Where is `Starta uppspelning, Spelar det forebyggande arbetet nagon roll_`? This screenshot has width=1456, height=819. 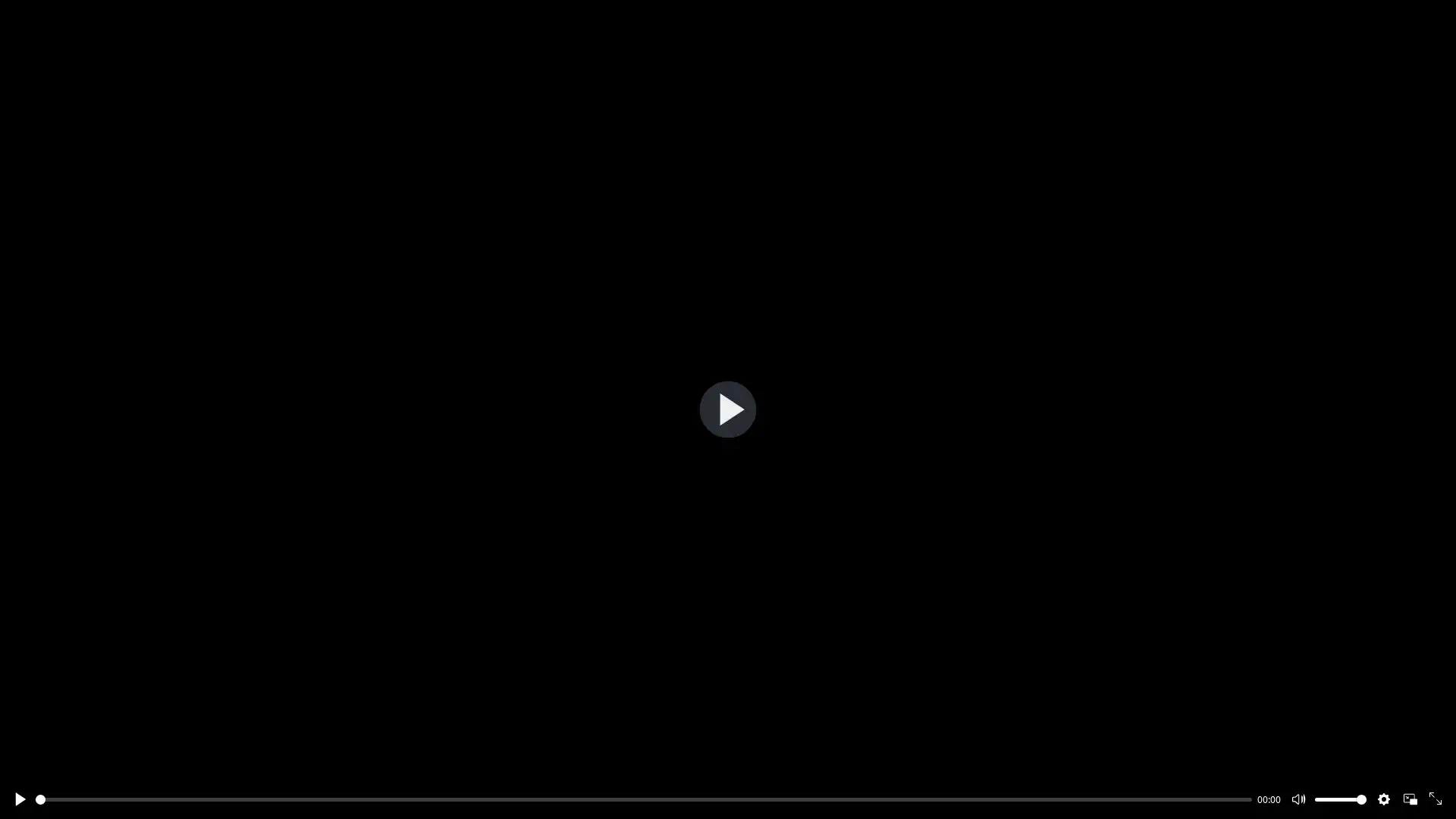 Starta uppspelning, Spelar det forebyggande arbetet nagon roll_ is located at coordinates (726, 408).